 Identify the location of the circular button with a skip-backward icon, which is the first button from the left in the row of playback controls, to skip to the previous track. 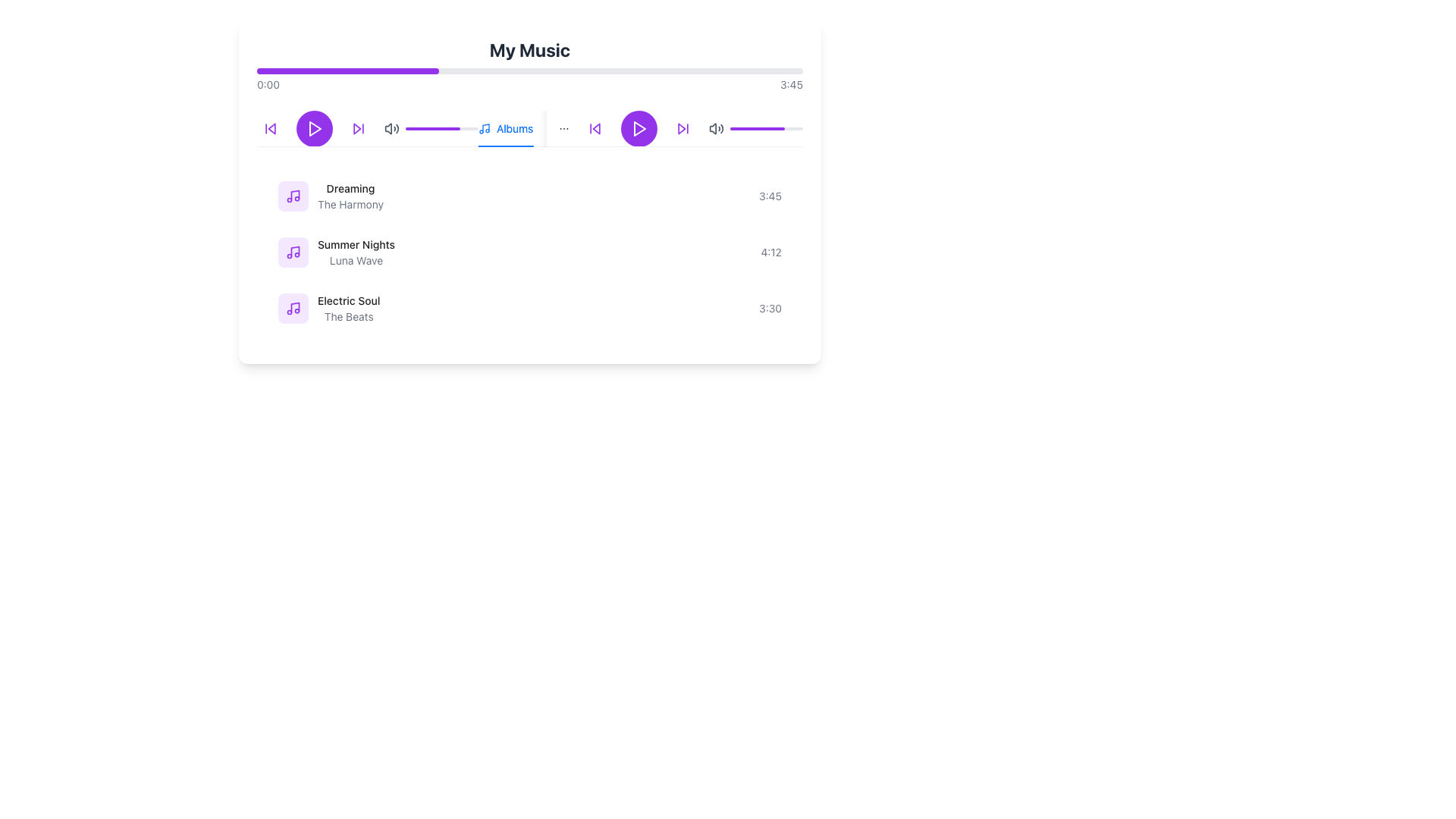
(270, 127).